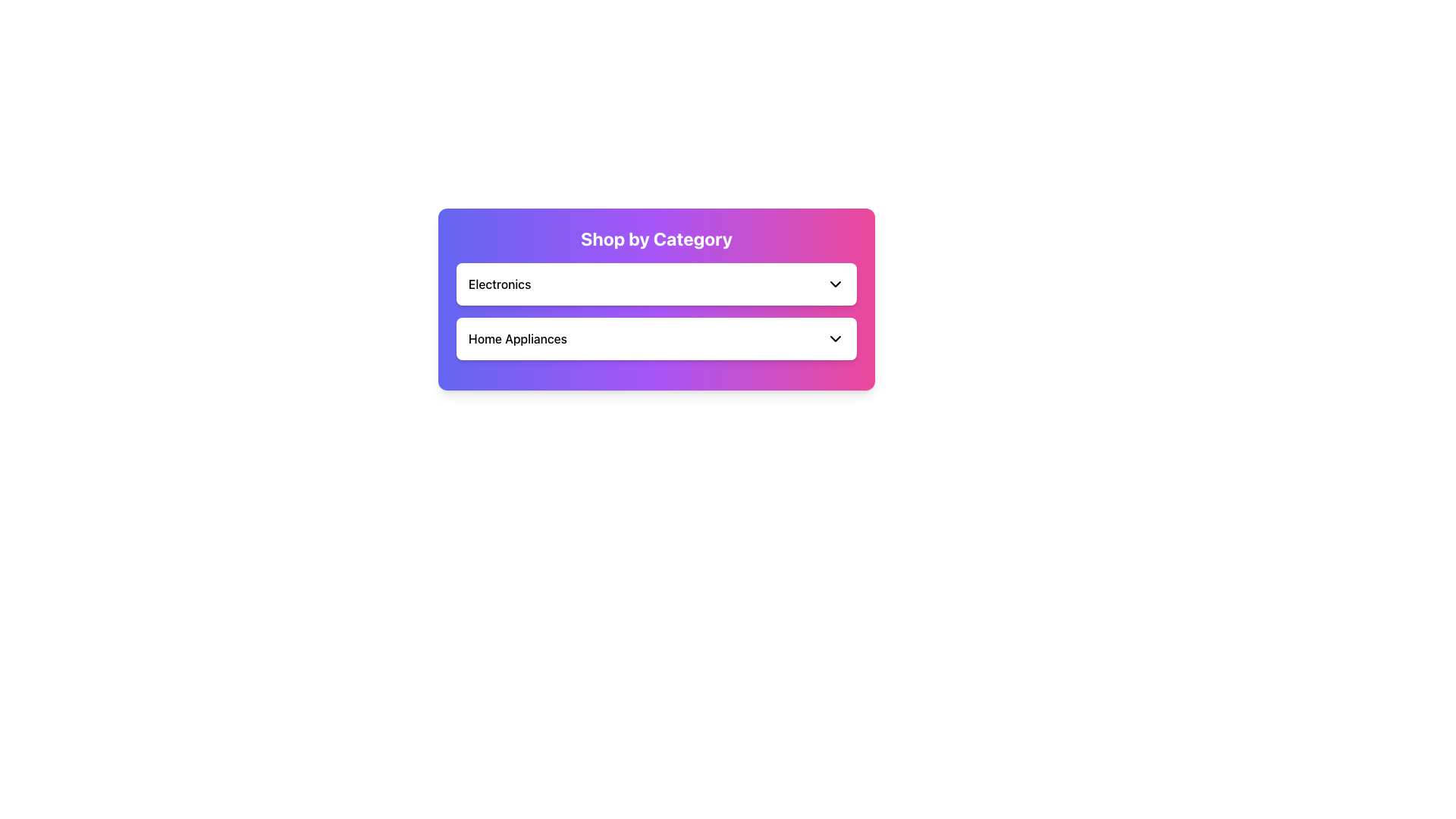  What do you see at coordinates (656, 284) in the screenshot?
I see `the first Dropdown option in the category list` at bounding box center [656, 284].